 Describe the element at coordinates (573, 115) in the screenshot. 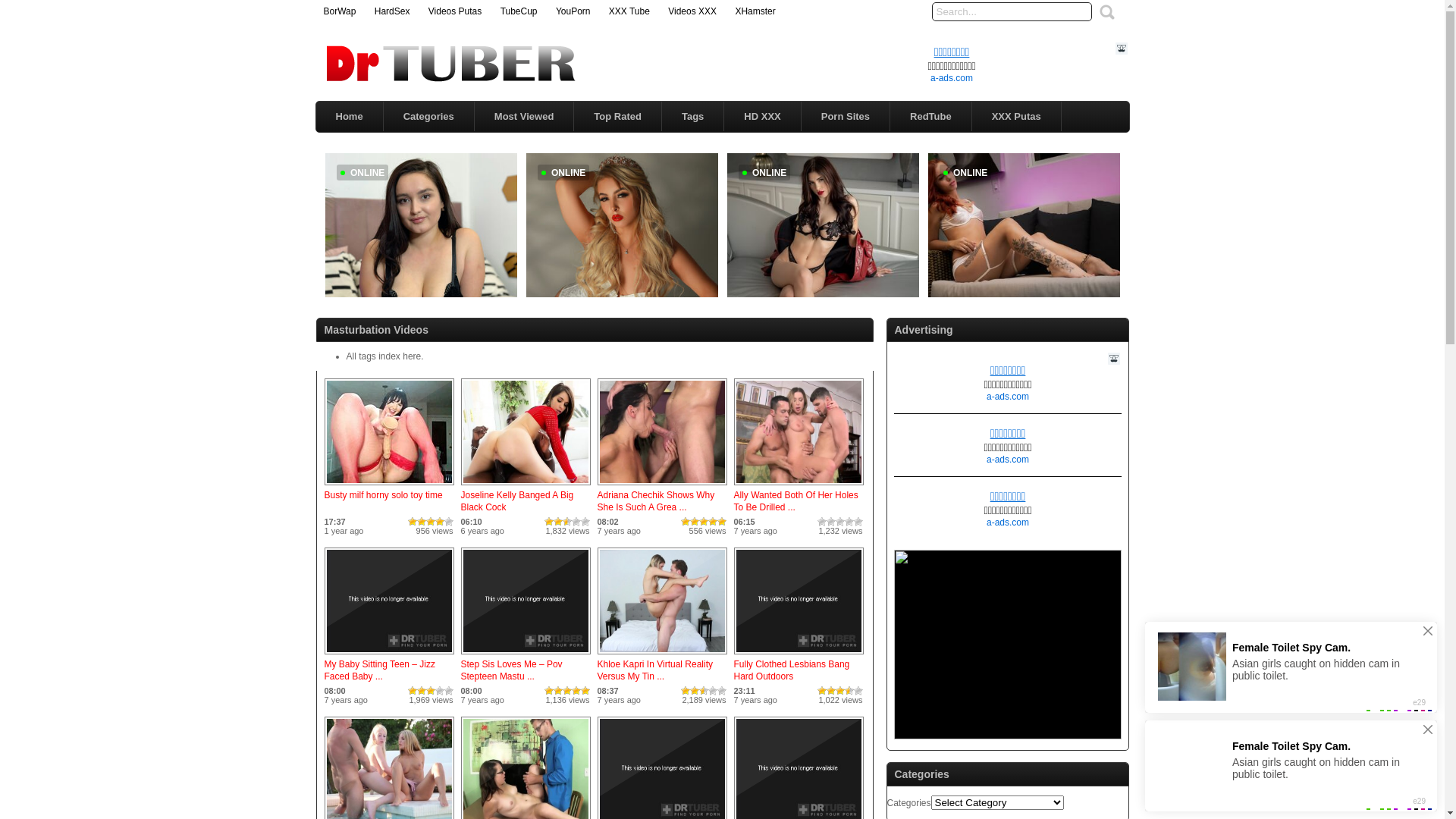

I see `'Top Rated'` at that location.